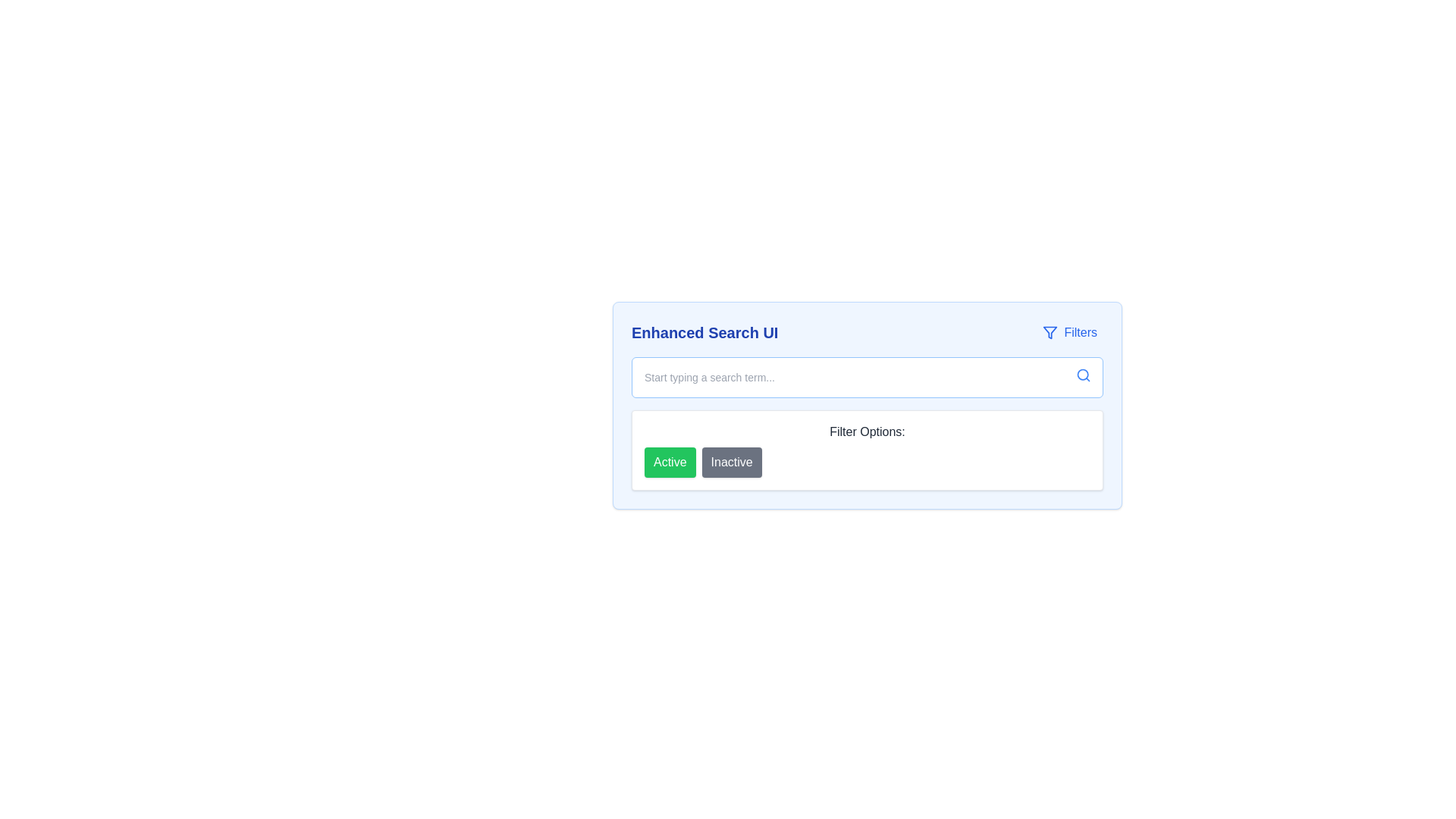 Image resolution: width=1456 pixels, height=819 pixels. I want to click on the magnifying glass icon representing the search function, which is located on the far right side inside the search bar, so click(1083, 375).